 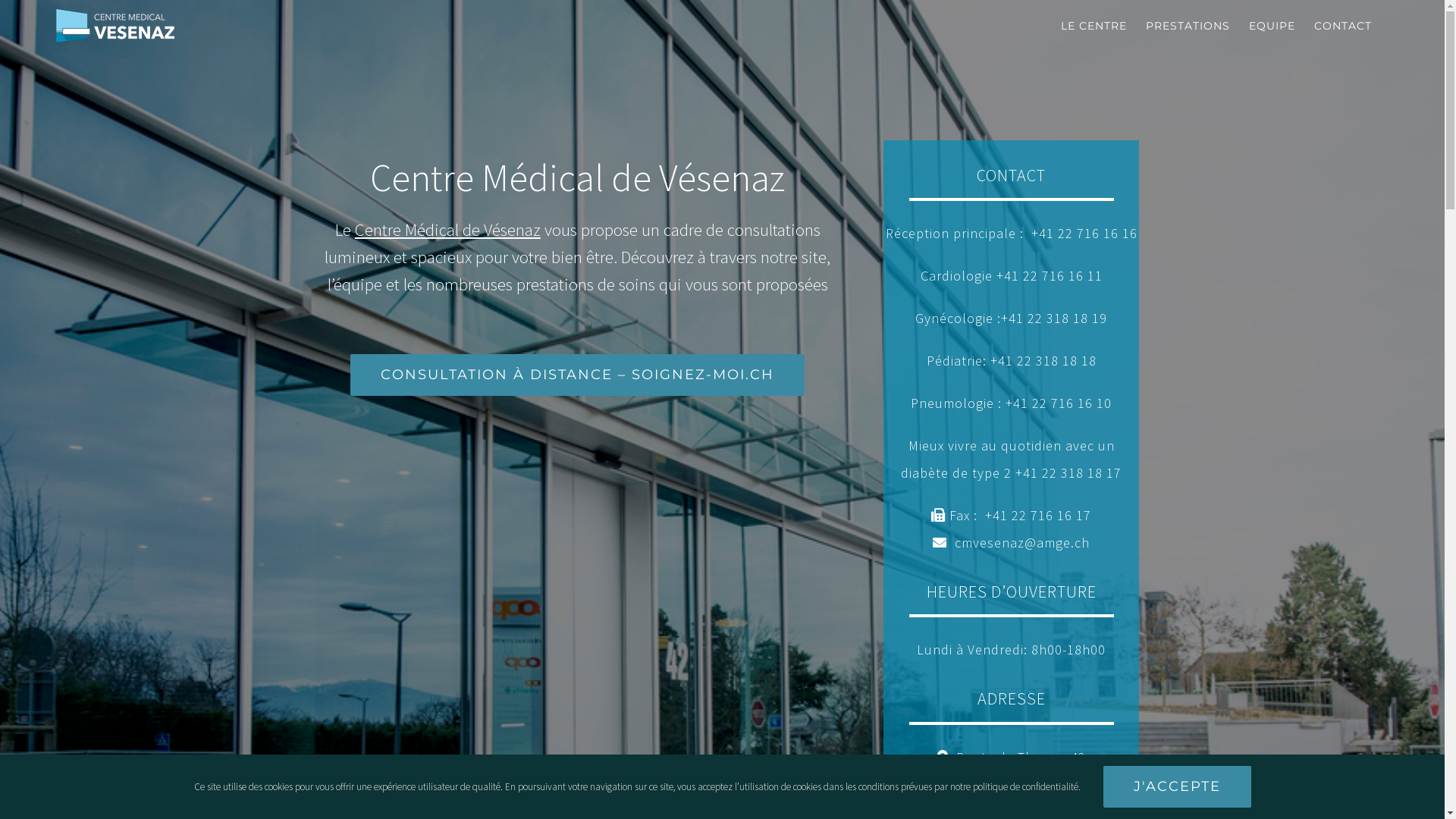 I want to click on 'PRESTATIONS', so click(x=1146, y=26).